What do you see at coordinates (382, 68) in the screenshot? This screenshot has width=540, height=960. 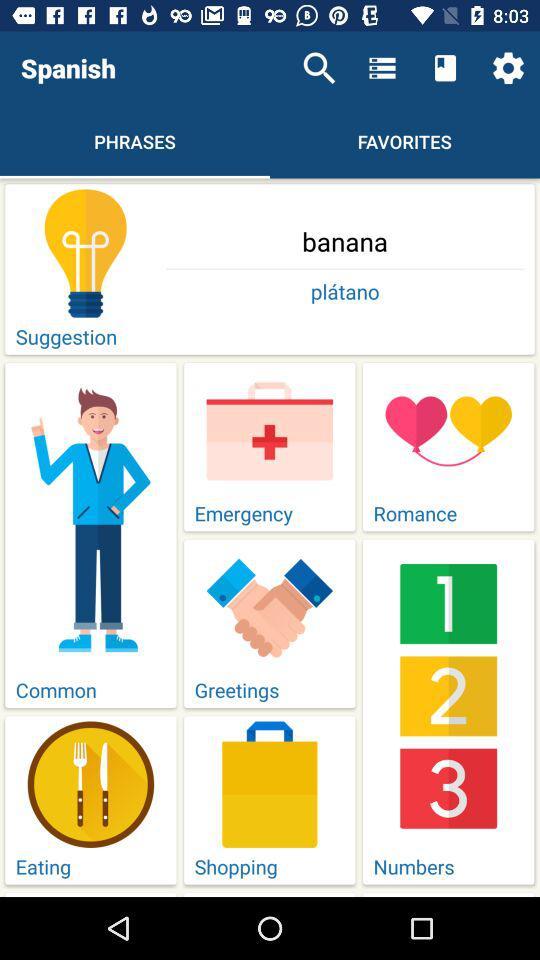 I see `item above the favorites item` at bounding box center [382, 68].